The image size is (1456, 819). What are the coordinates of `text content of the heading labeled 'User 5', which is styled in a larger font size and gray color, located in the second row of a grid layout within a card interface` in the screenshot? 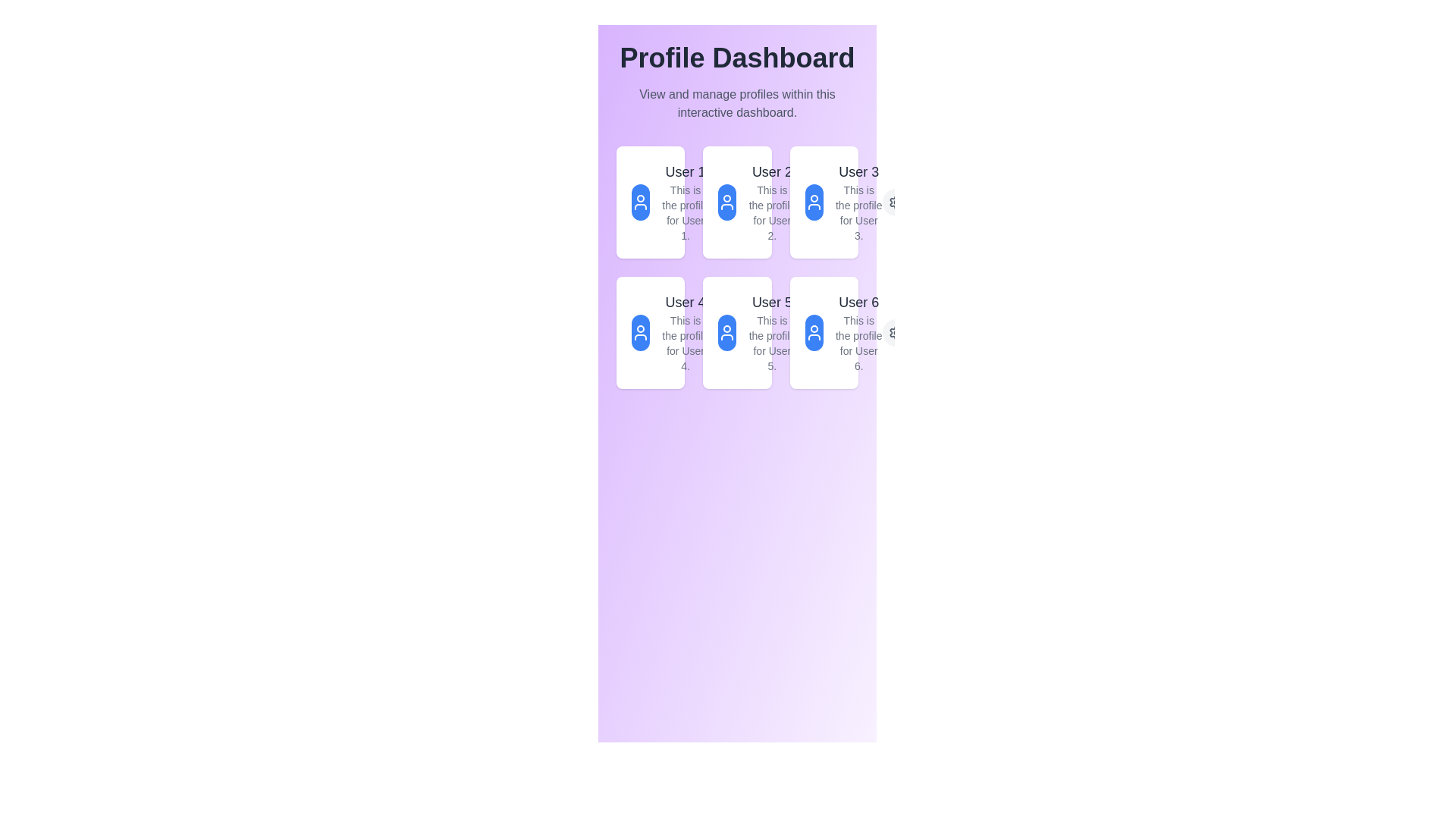 It's located at (772, 302).